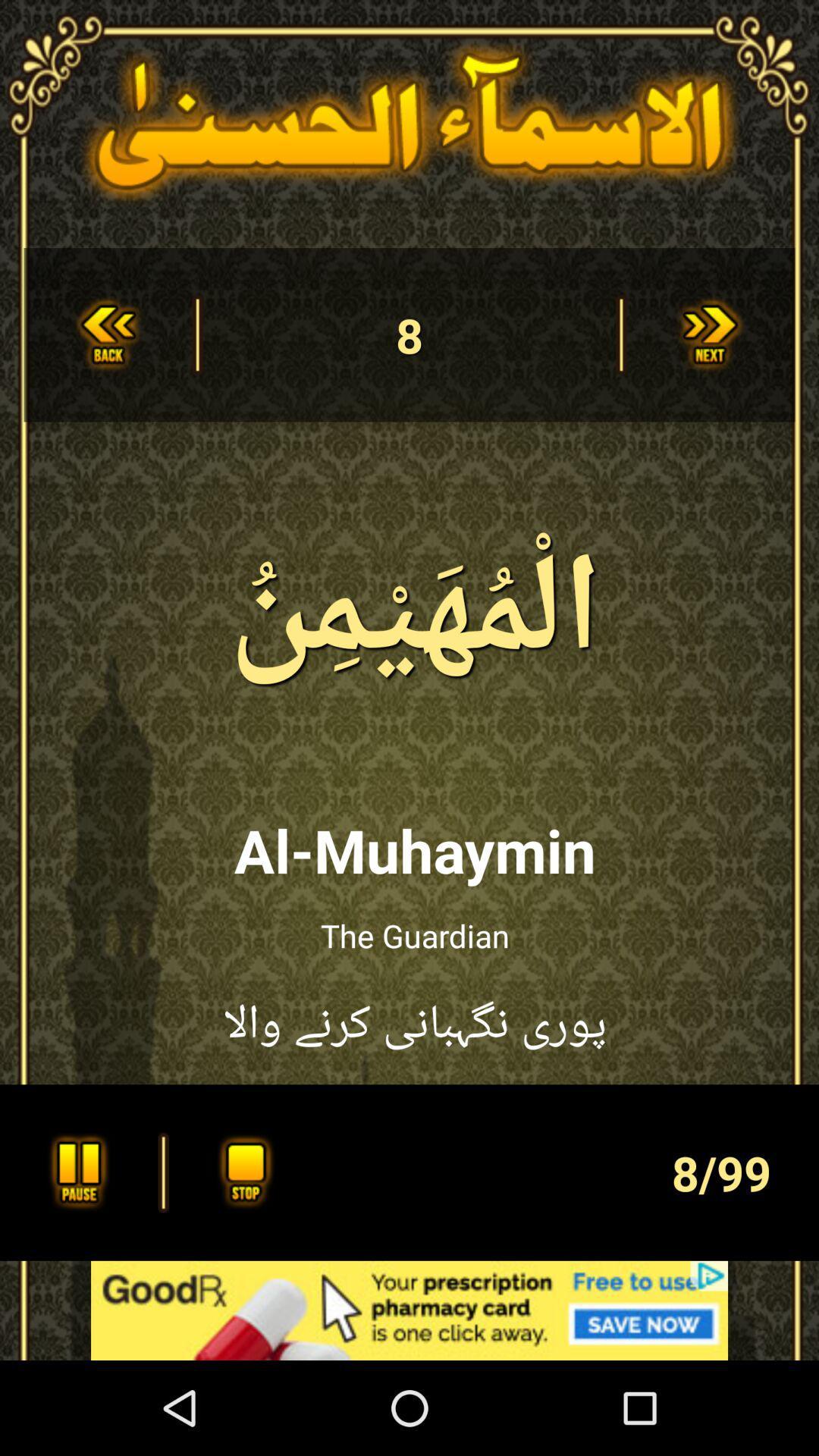  What do you see at coordinates (241, 1172) in the screenshot?
I see `stop playing` at bounding box center [241, 1172].